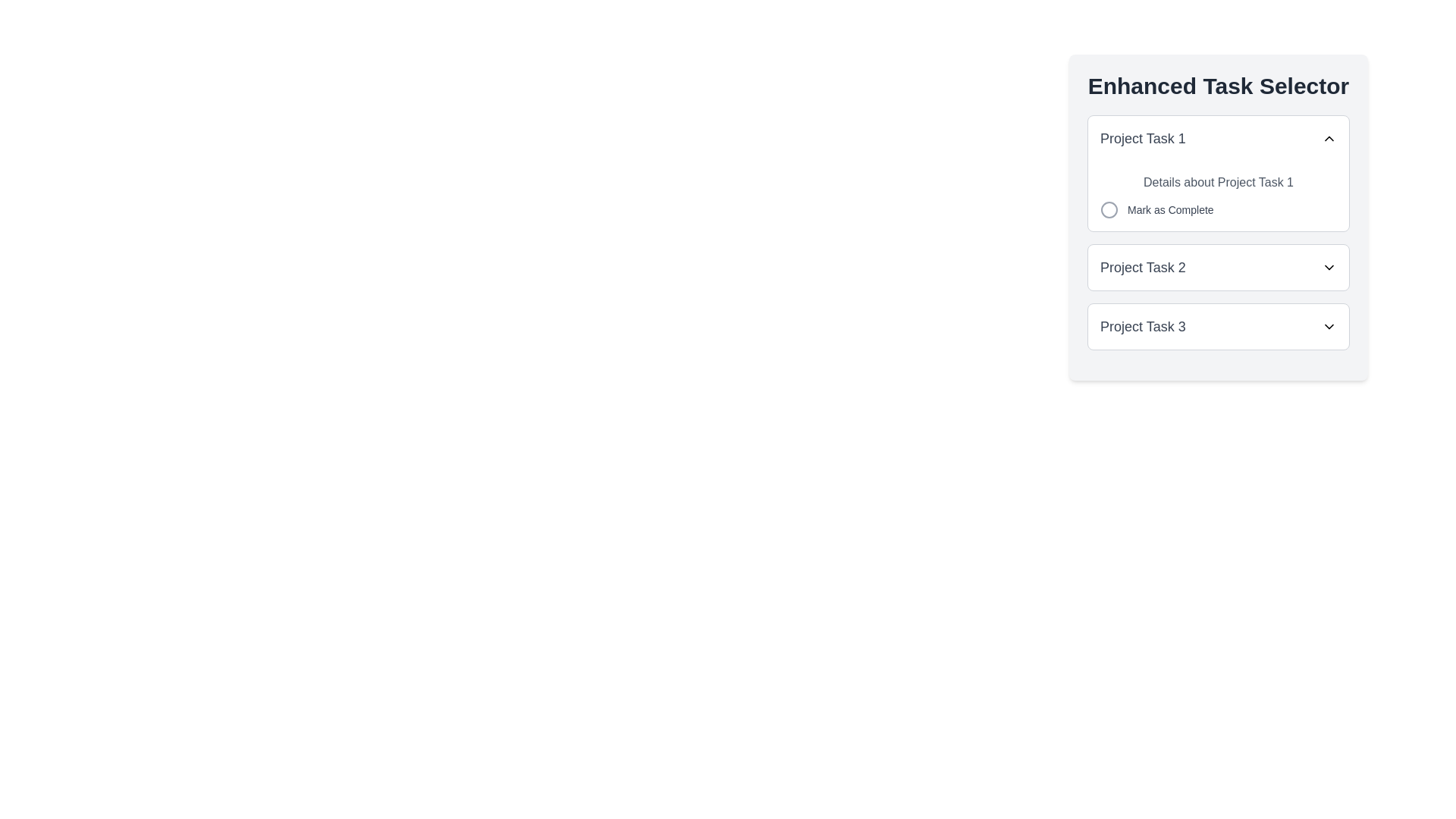  What do you see at coordinates (1219, 86) in the screenshot?
I see `the text label or header that serves as the title for the task management section, located at the top of the component and centered horizontally above the task list` at bounding box center [1219, 86].